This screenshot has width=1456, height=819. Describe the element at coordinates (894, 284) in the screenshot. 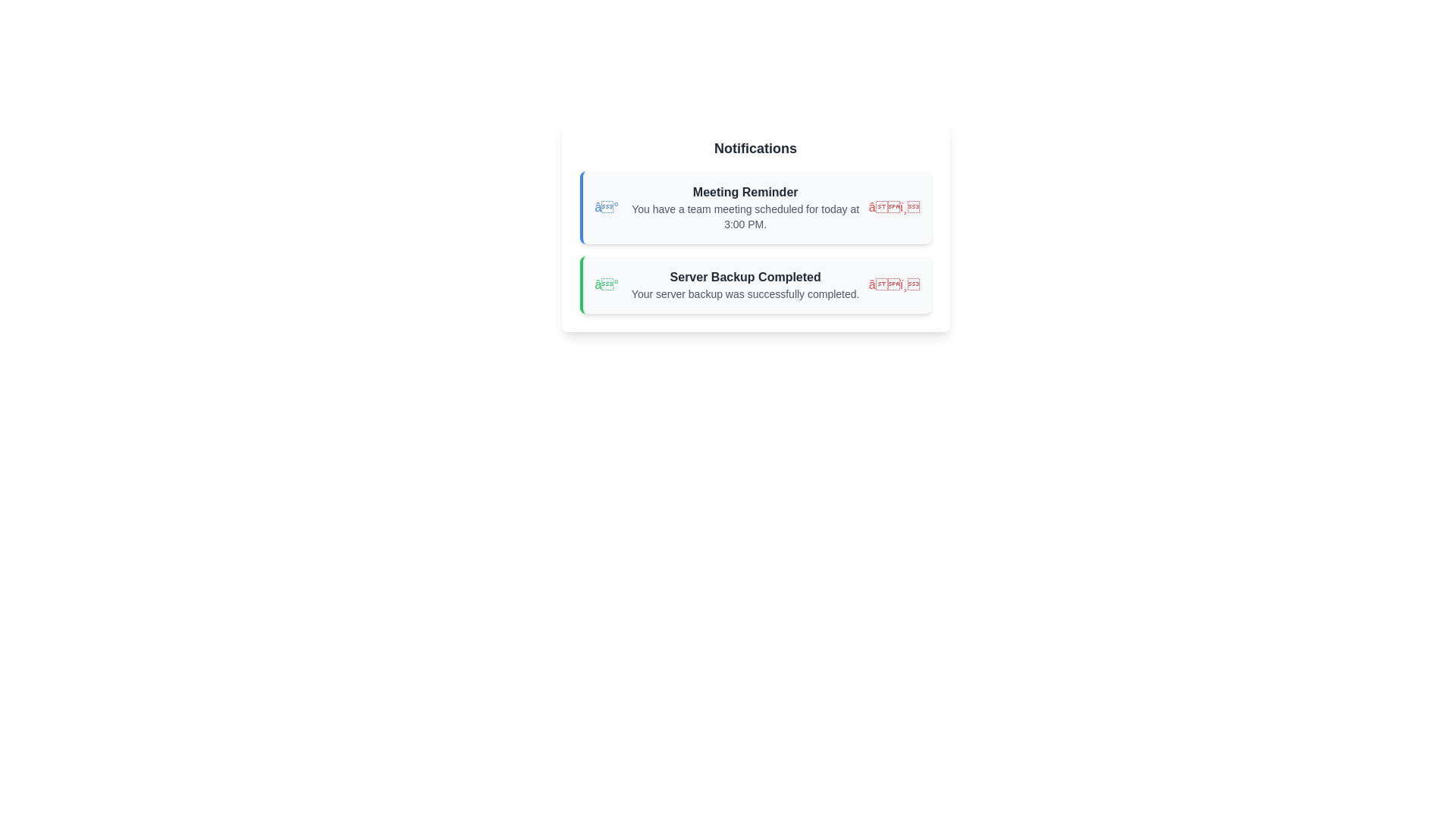

I see `the red close button ('✖') located at the far-right side of the 'Server Backup Completed' notification to observe hover effects` at that location.